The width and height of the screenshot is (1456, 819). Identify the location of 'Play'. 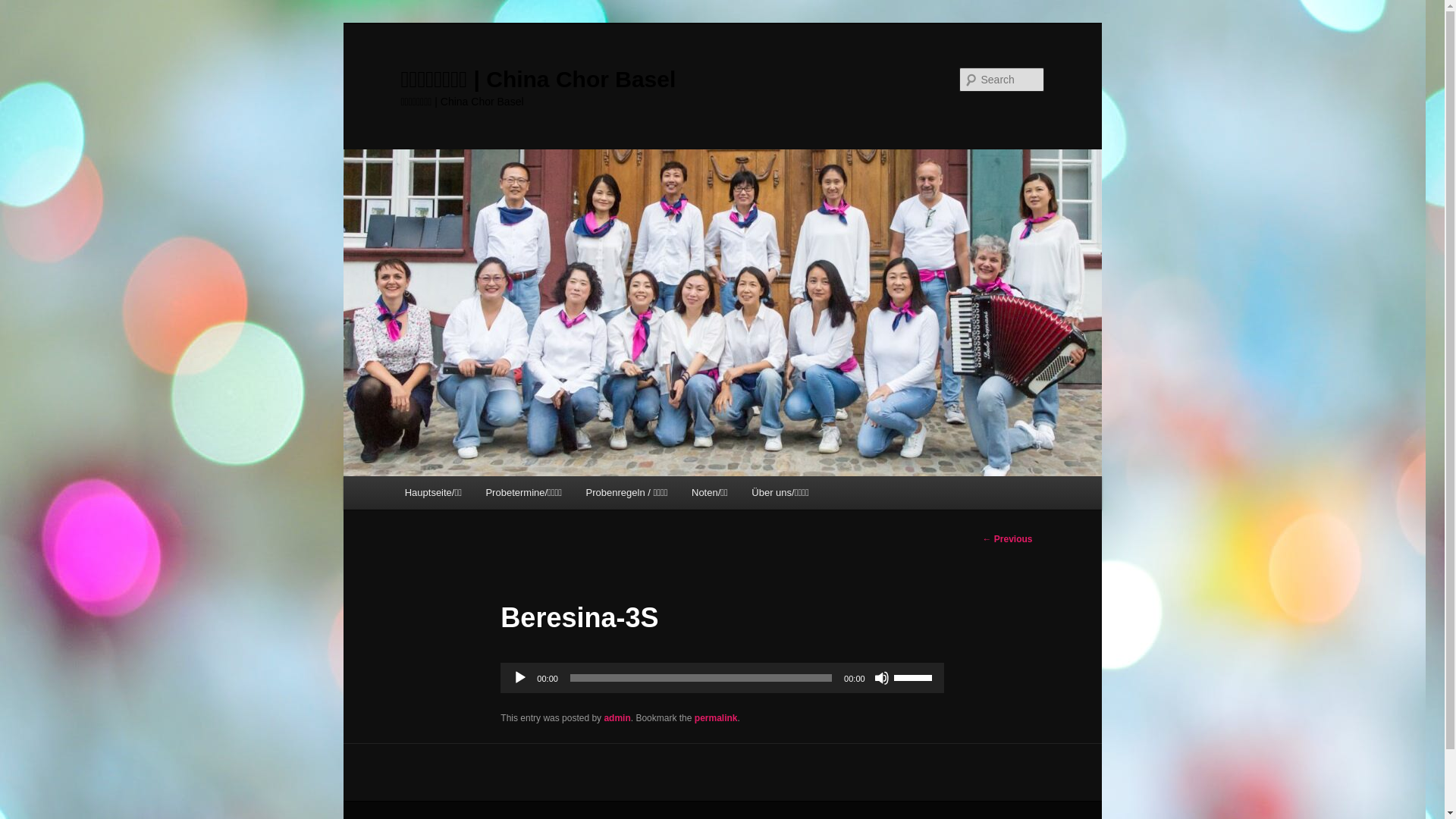
(520, 677).